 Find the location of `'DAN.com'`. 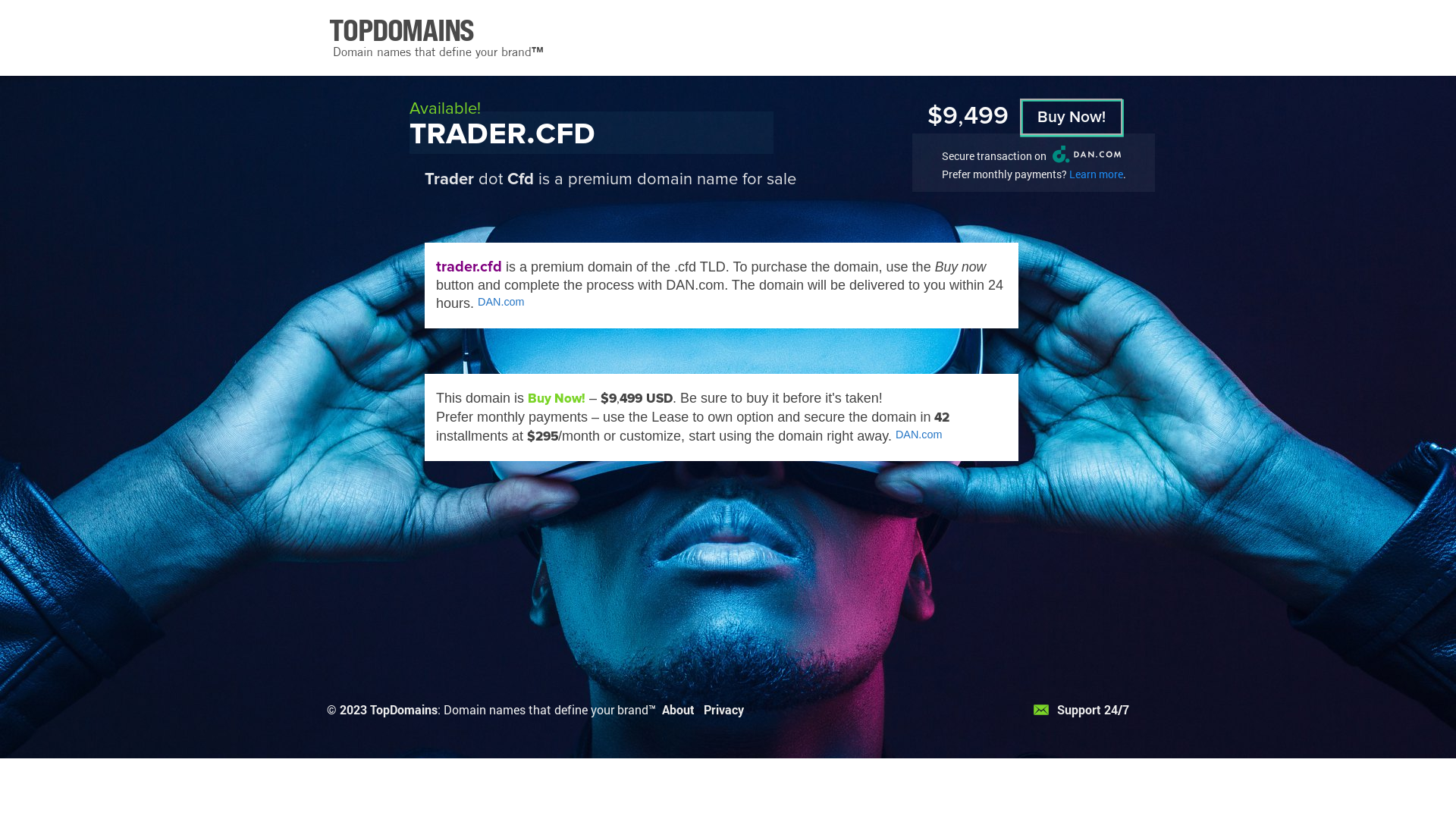

'DAN.com' is located at coordinates (918, 435).